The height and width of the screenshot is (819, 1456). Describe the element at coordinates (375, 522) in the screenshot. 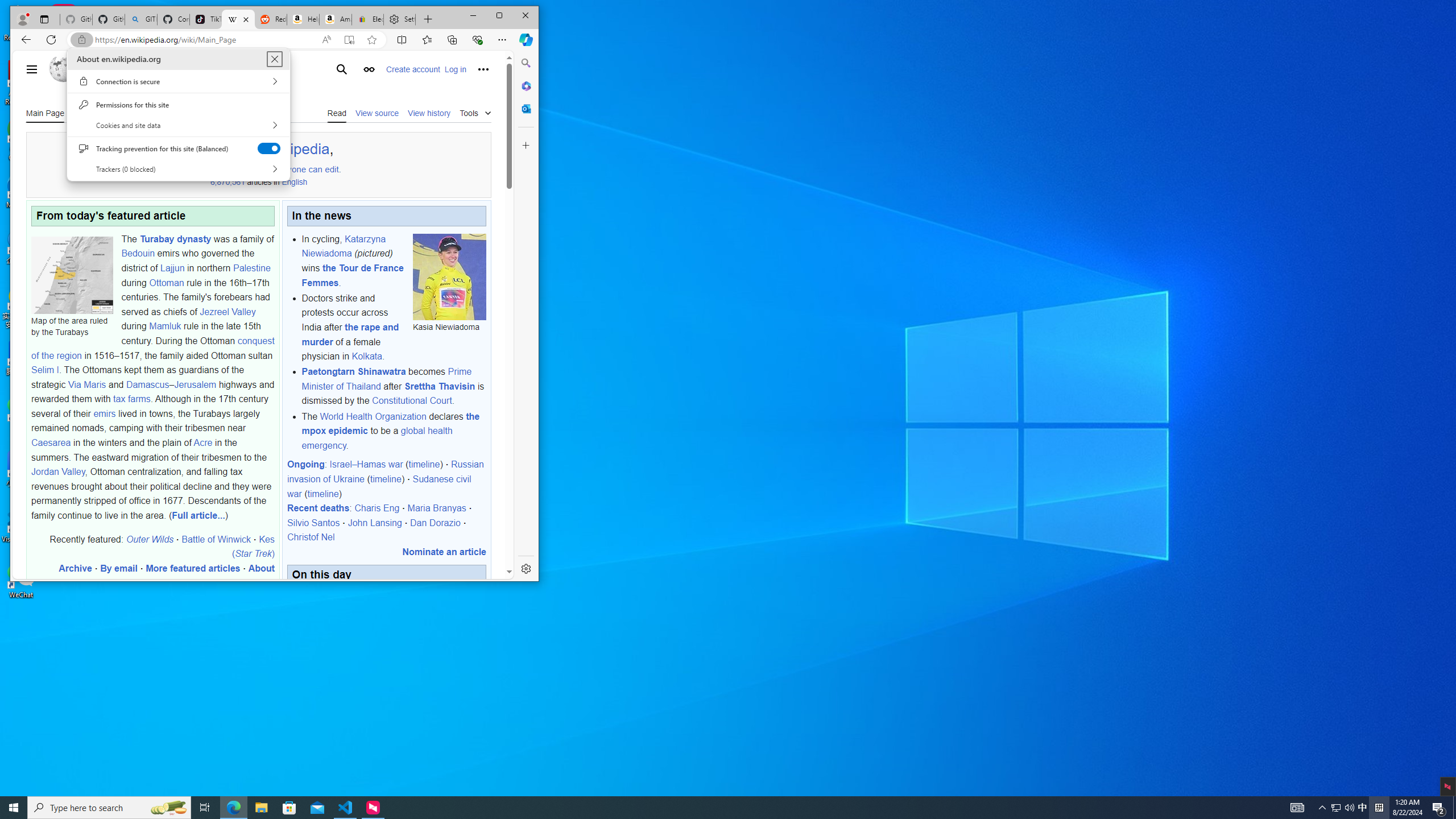

I see `'John Lansing'` at that location.